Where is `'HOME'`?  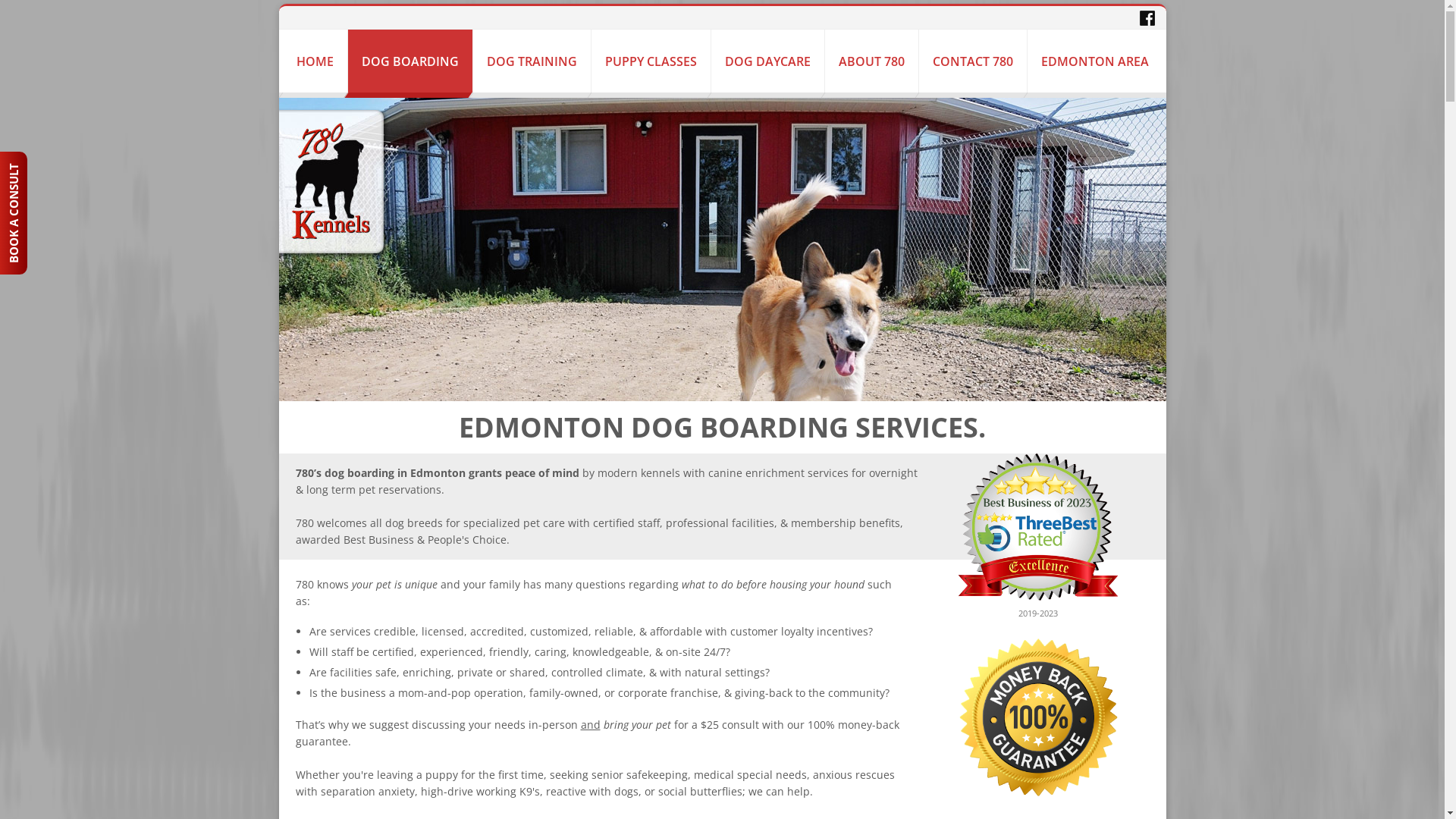 'HOME' is located at coordinates (313, 60).